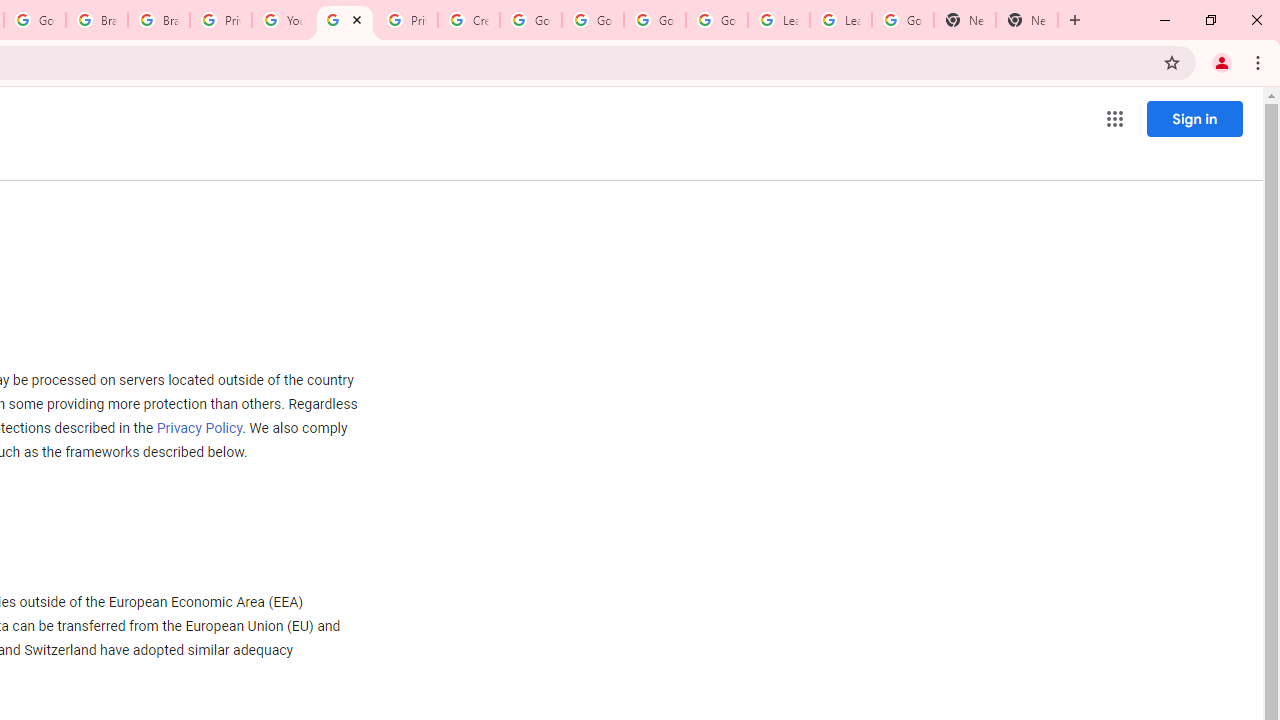 Image resolution: width=1280 pixels, height=720 pixels. What do you see at coordinates (1027, 20) in the screenshot?
I see `'New Tab'` at bounding box center [1027, 20].